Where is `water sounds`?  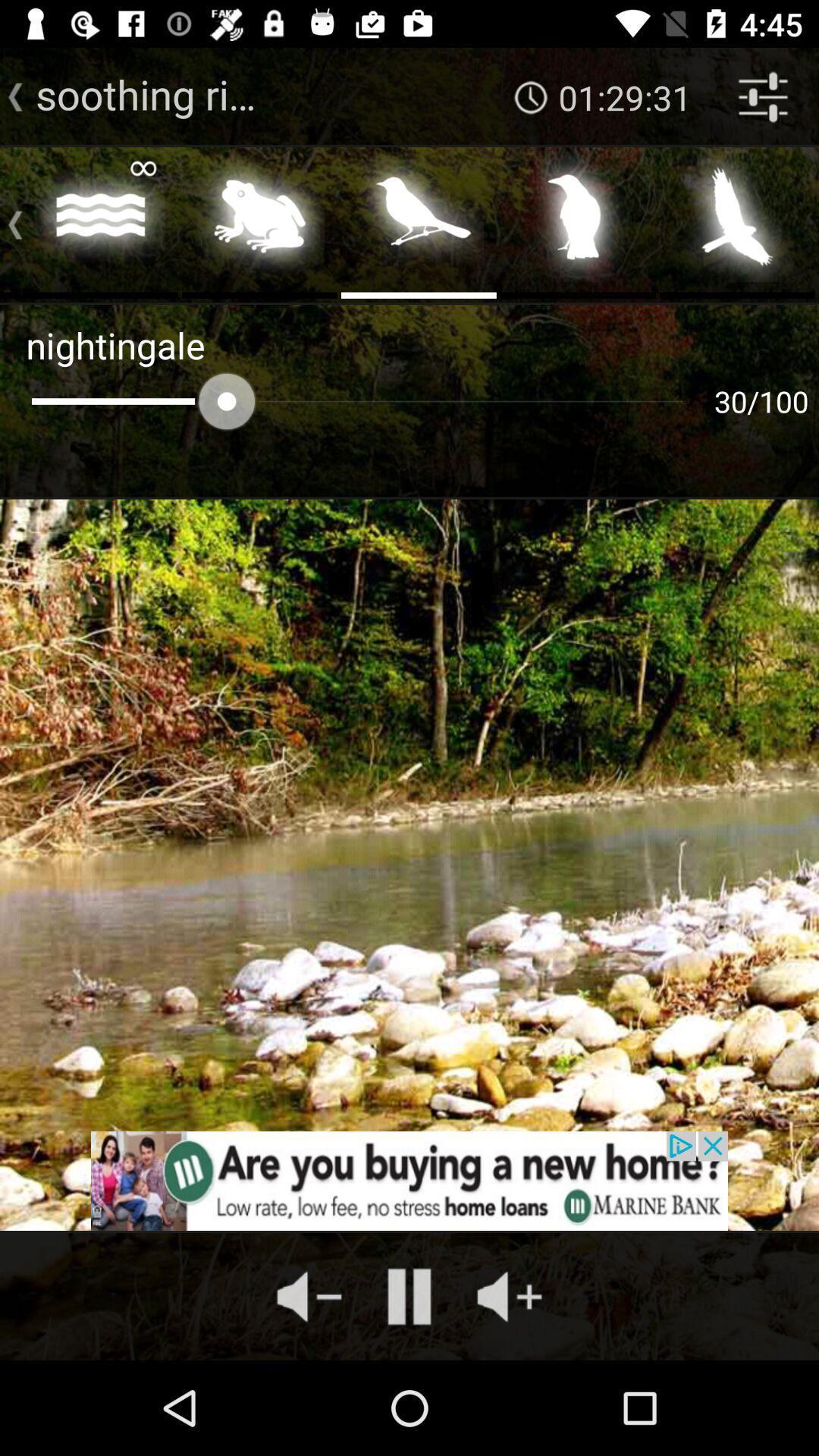
water sounds is located at coordinates (100, 221).